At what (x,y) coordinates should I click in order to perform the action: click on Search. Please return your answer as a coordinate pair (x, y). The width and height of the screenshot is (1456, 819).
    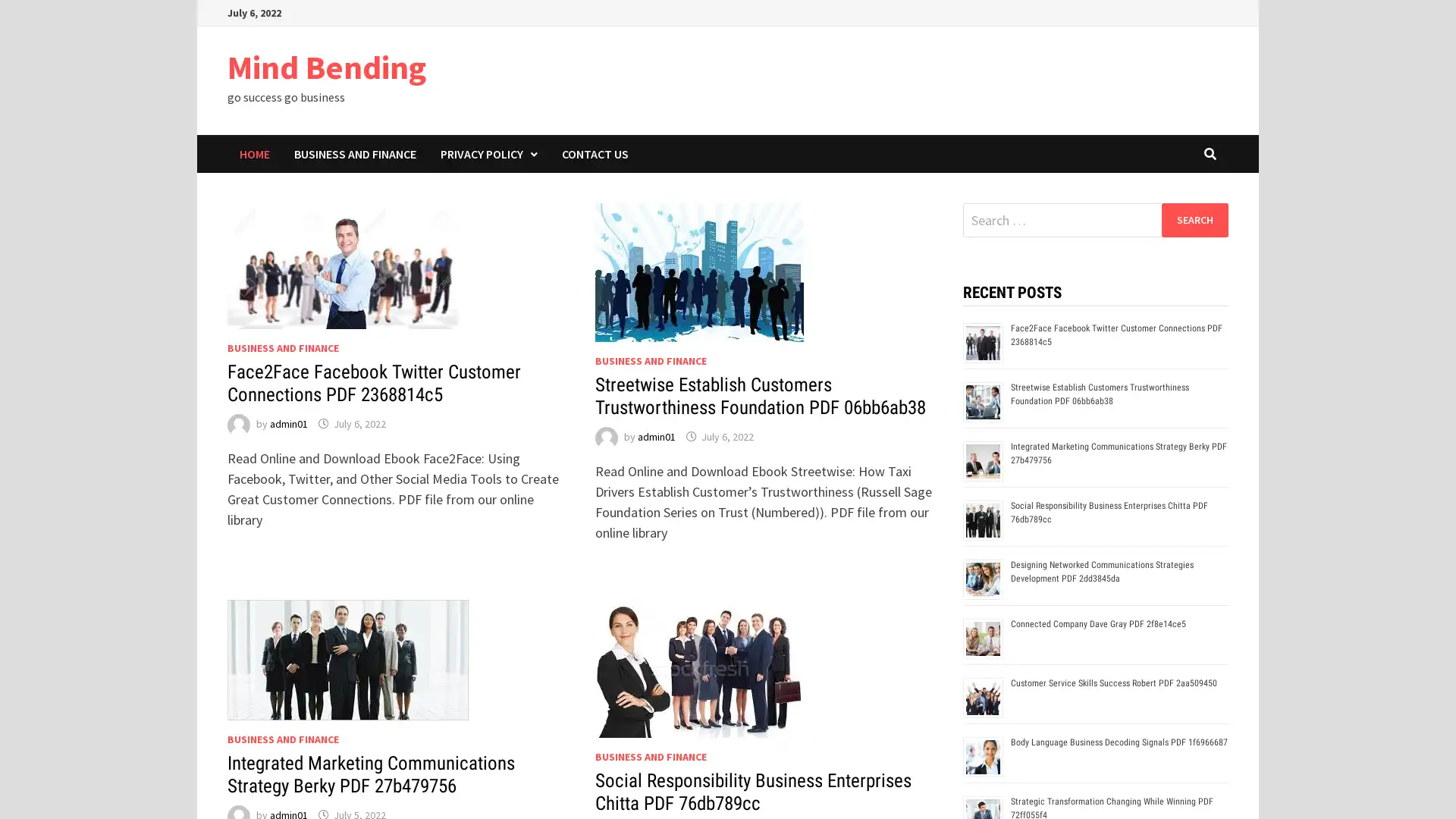
    Looking at the image, I should click on (1194, 219).